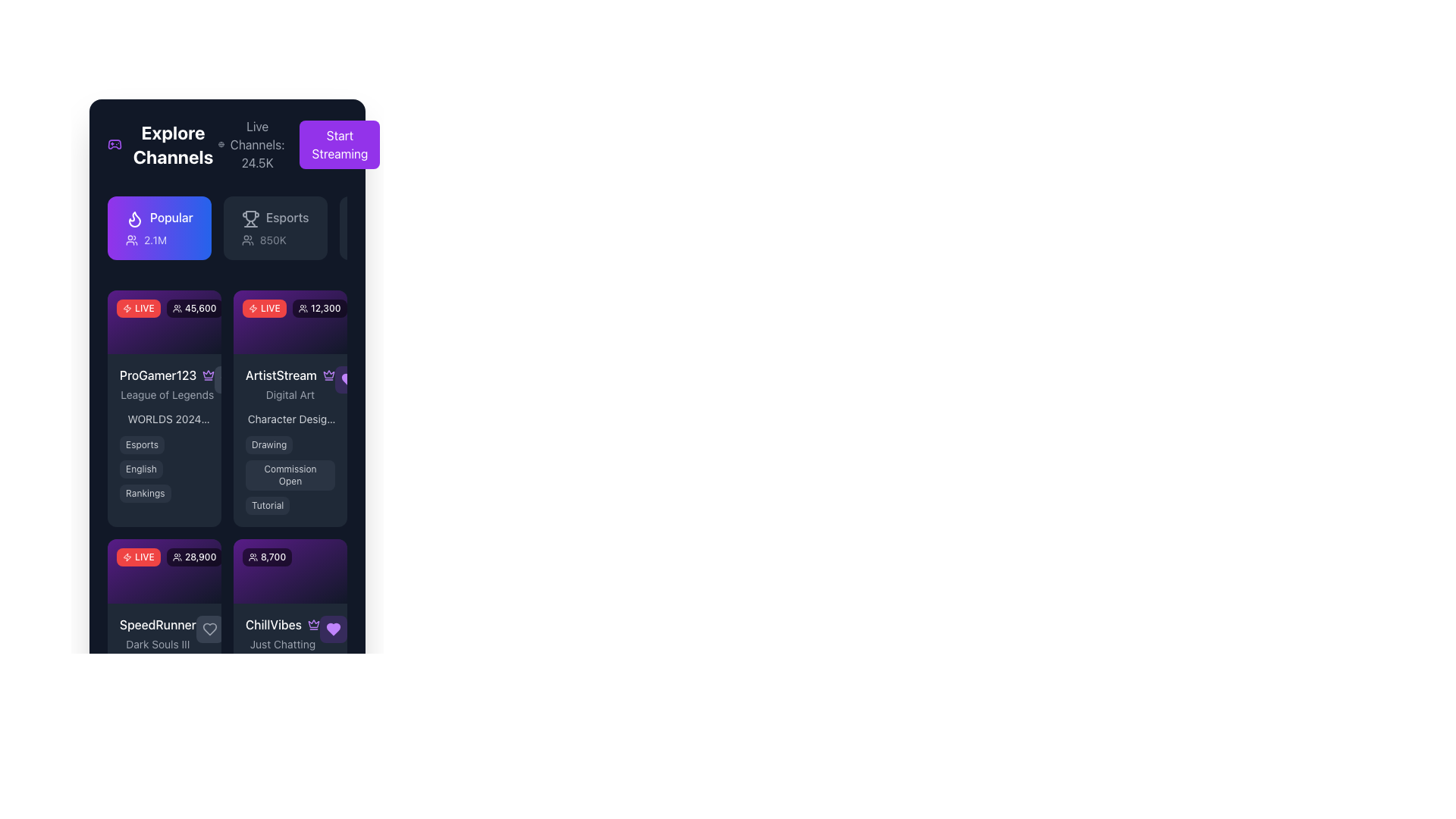 This screenshot has width=1456, height=819. What do you see at coordinates (167, 394) in the screenshot?
I see `text label displaying the game name 'League of Legends' located beneath the username 'ProGamer123' in a card-like structure` at bounding box center [167, 394].